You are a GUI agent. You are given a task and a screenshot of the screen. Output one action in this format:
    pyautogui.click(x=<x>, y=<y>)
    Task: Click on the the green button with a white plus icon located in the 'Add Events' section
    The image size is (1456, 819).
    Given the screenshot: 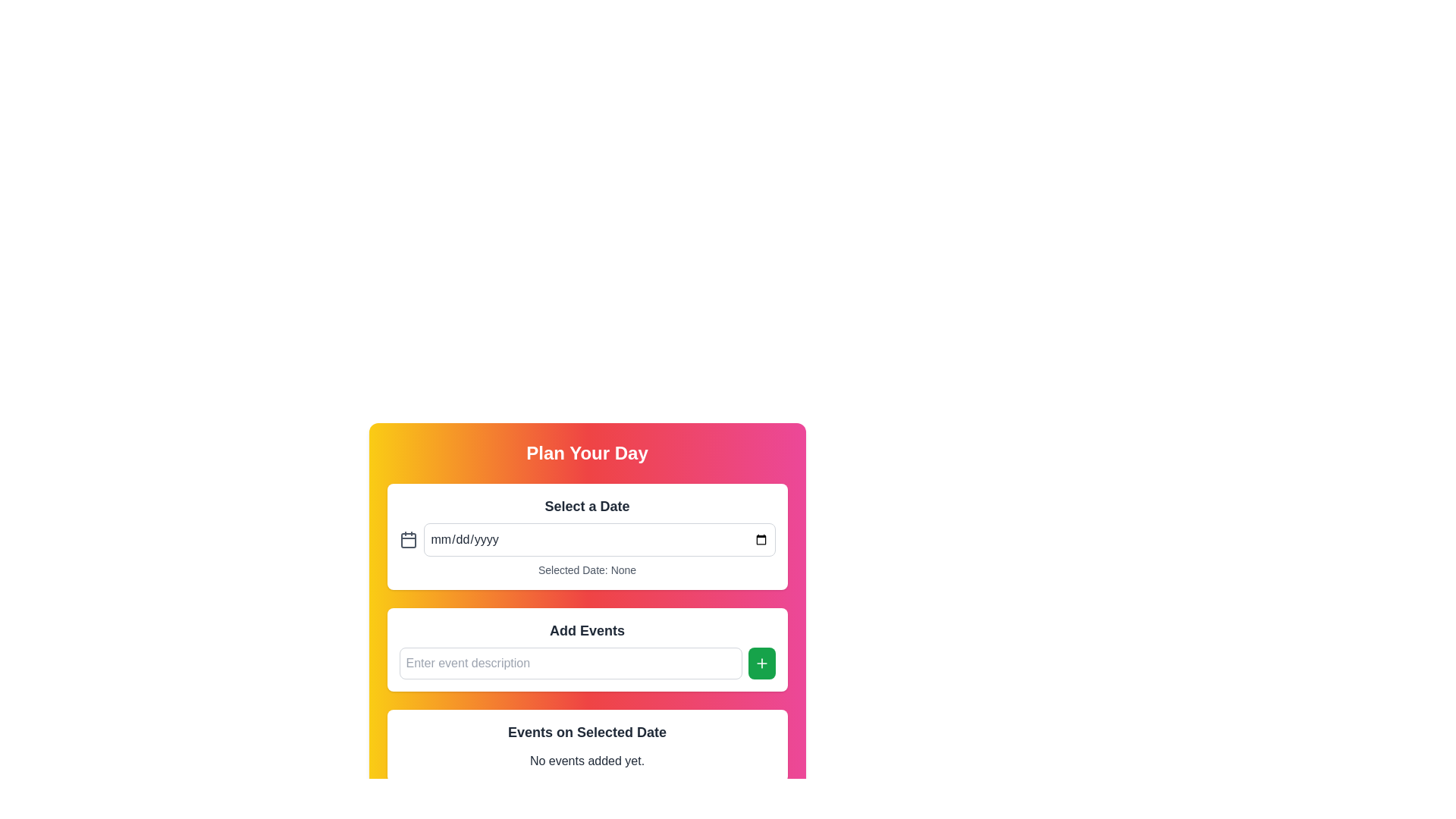 What is the action you would take?
    pyautogui.click(x=761, y=663)
    